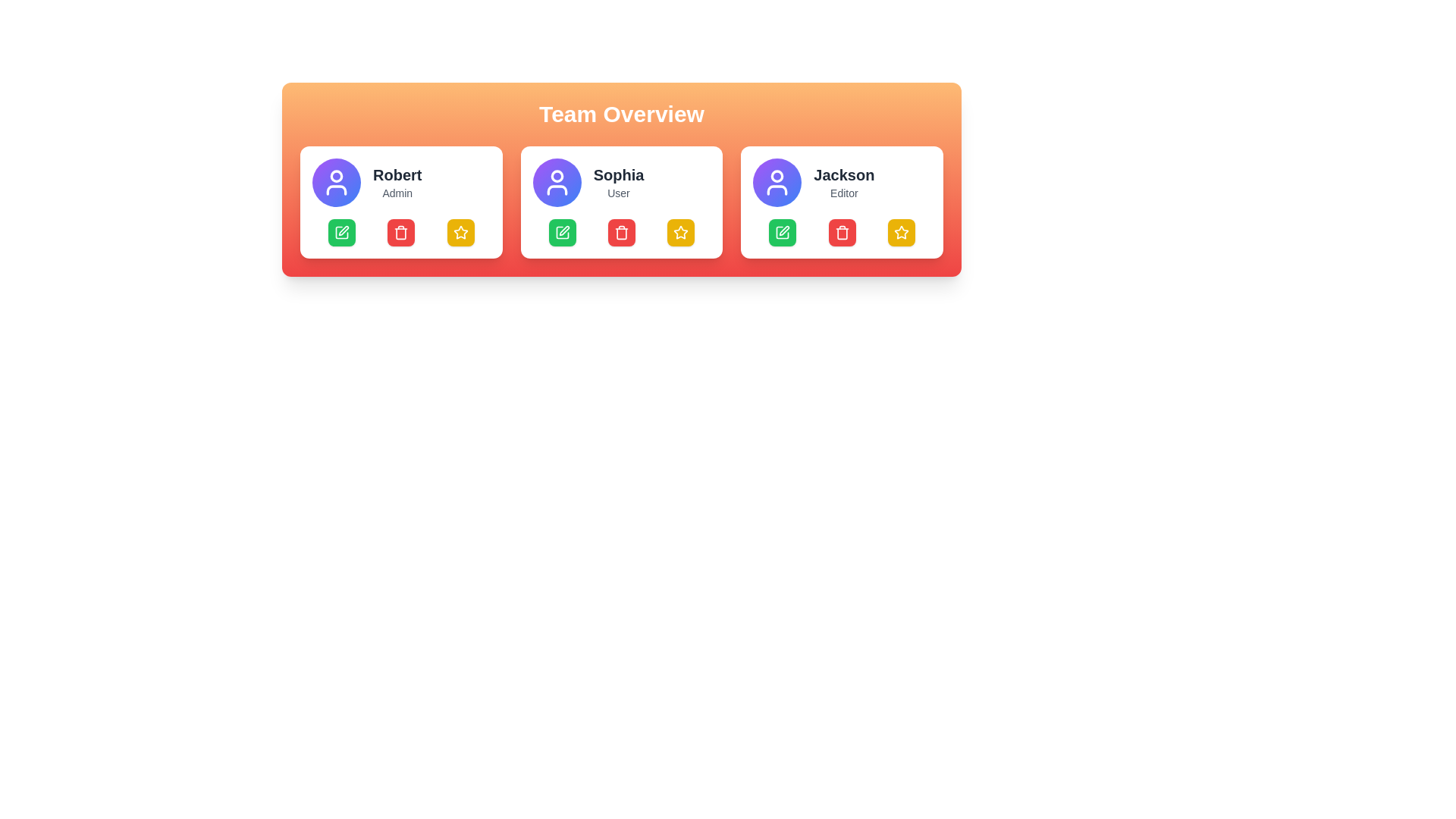 This screenshot has width=1456, height=819. Describe the element at coordinates (622, 113) in the screenshot. I see `the large bold text reading 'Team Overview' that is centered in a gradient background section, positioned above the grid of team member cards` at that location.